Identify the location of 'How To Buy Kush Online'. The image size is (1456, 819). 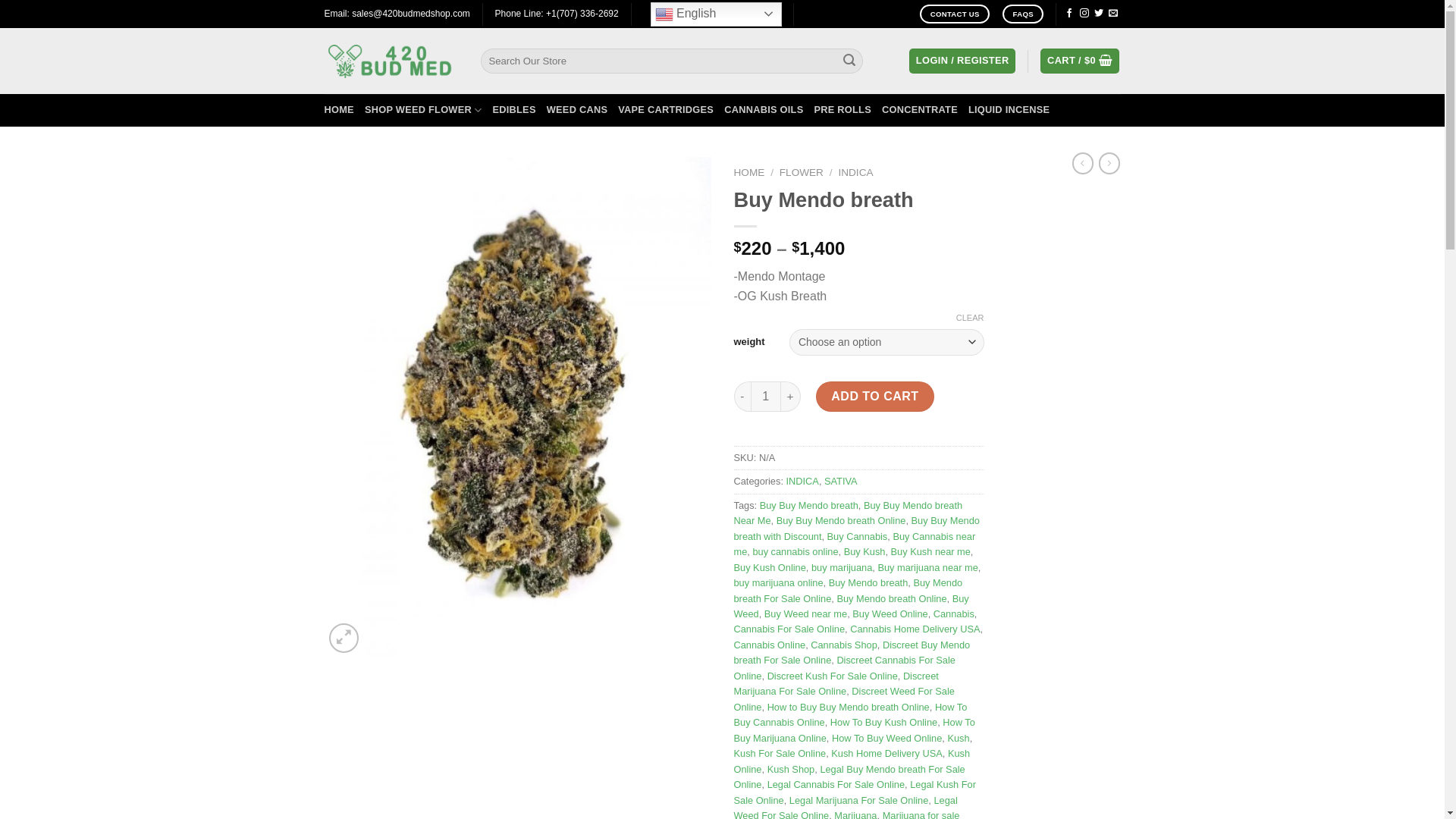
(883, 721).